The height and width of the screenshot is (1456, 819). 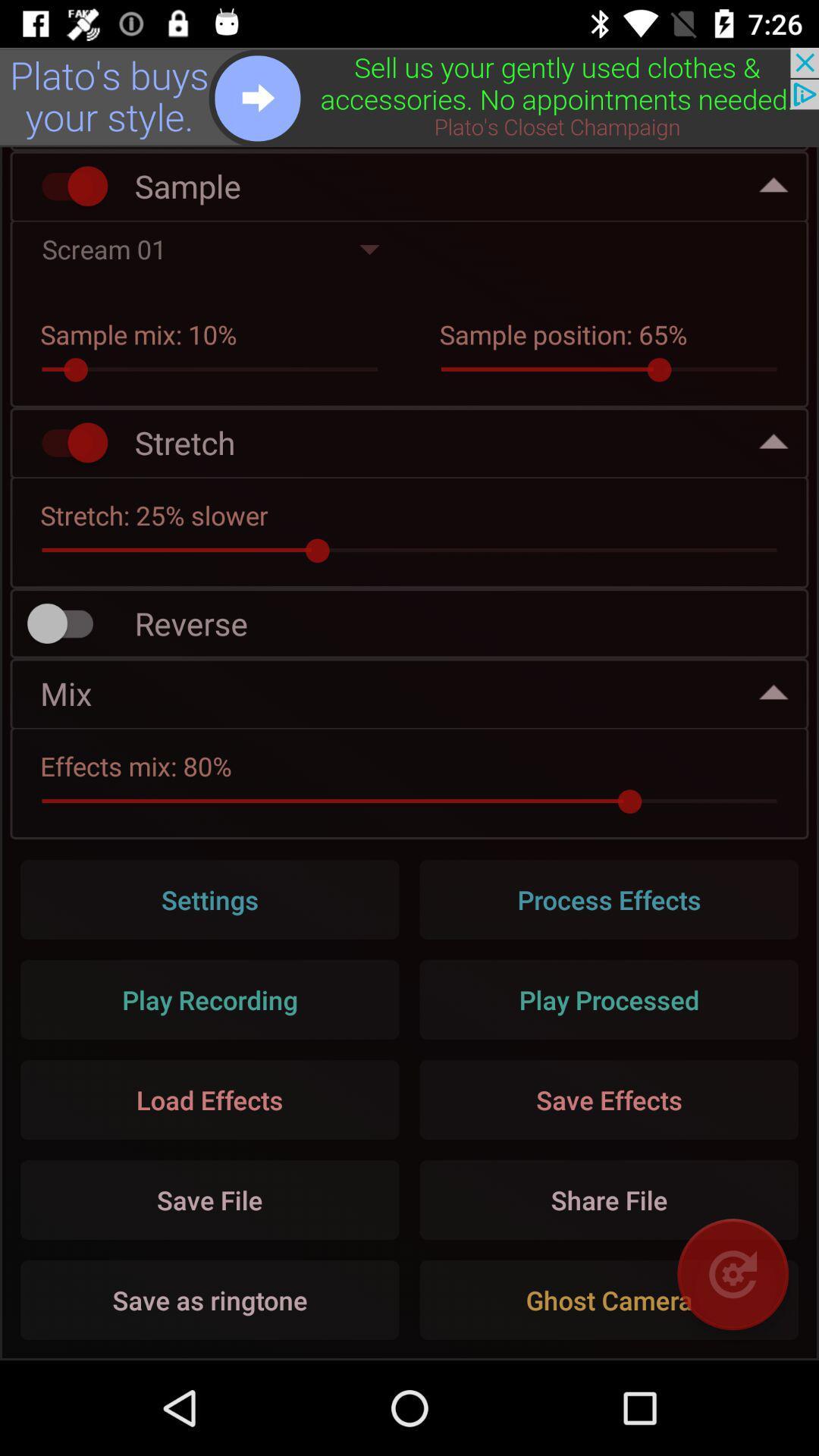 I want to click on rotate, so click(x=732, y=1274).